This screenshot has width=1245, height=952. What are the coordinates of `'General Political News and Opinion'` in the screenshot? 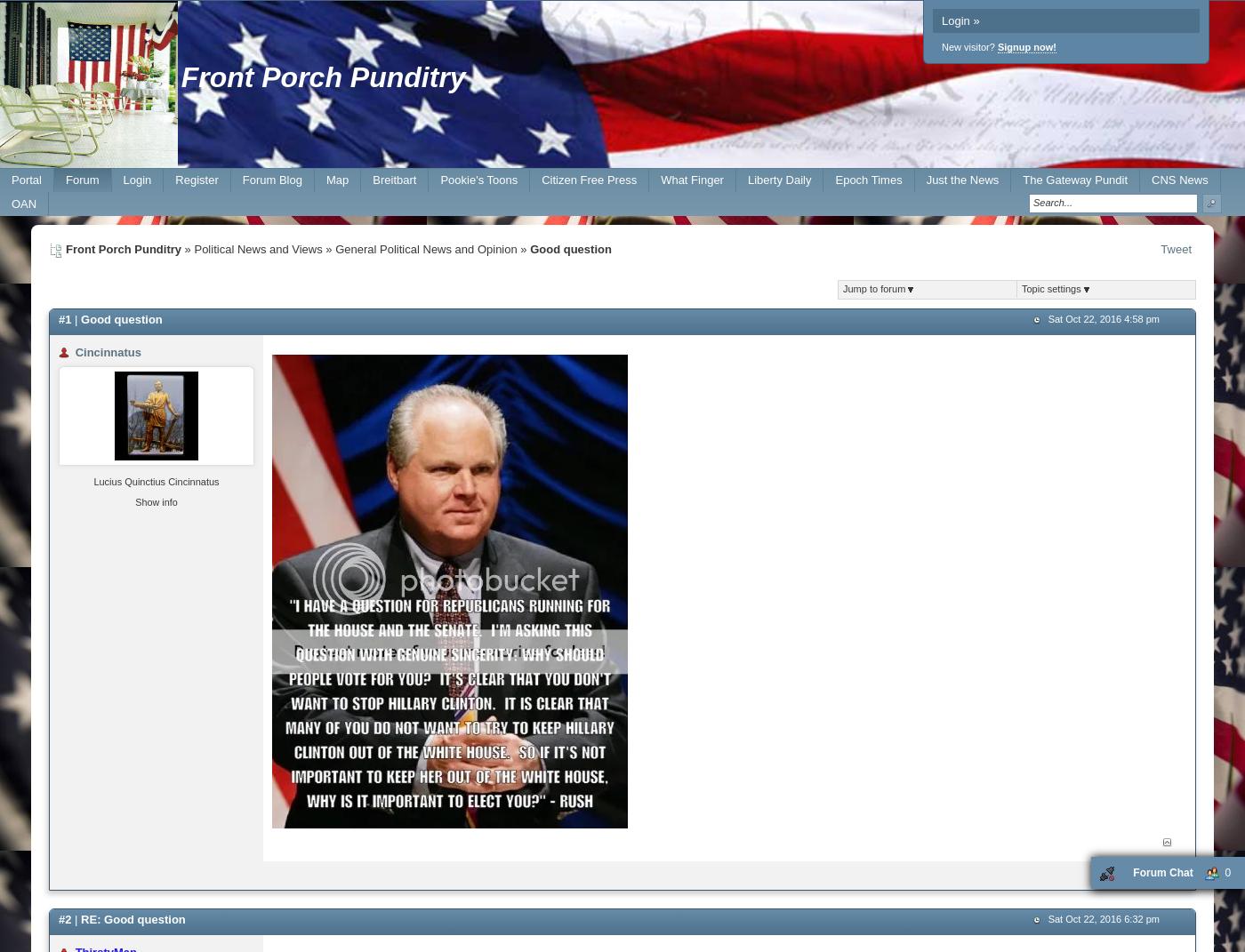 It's located at (335, 249).